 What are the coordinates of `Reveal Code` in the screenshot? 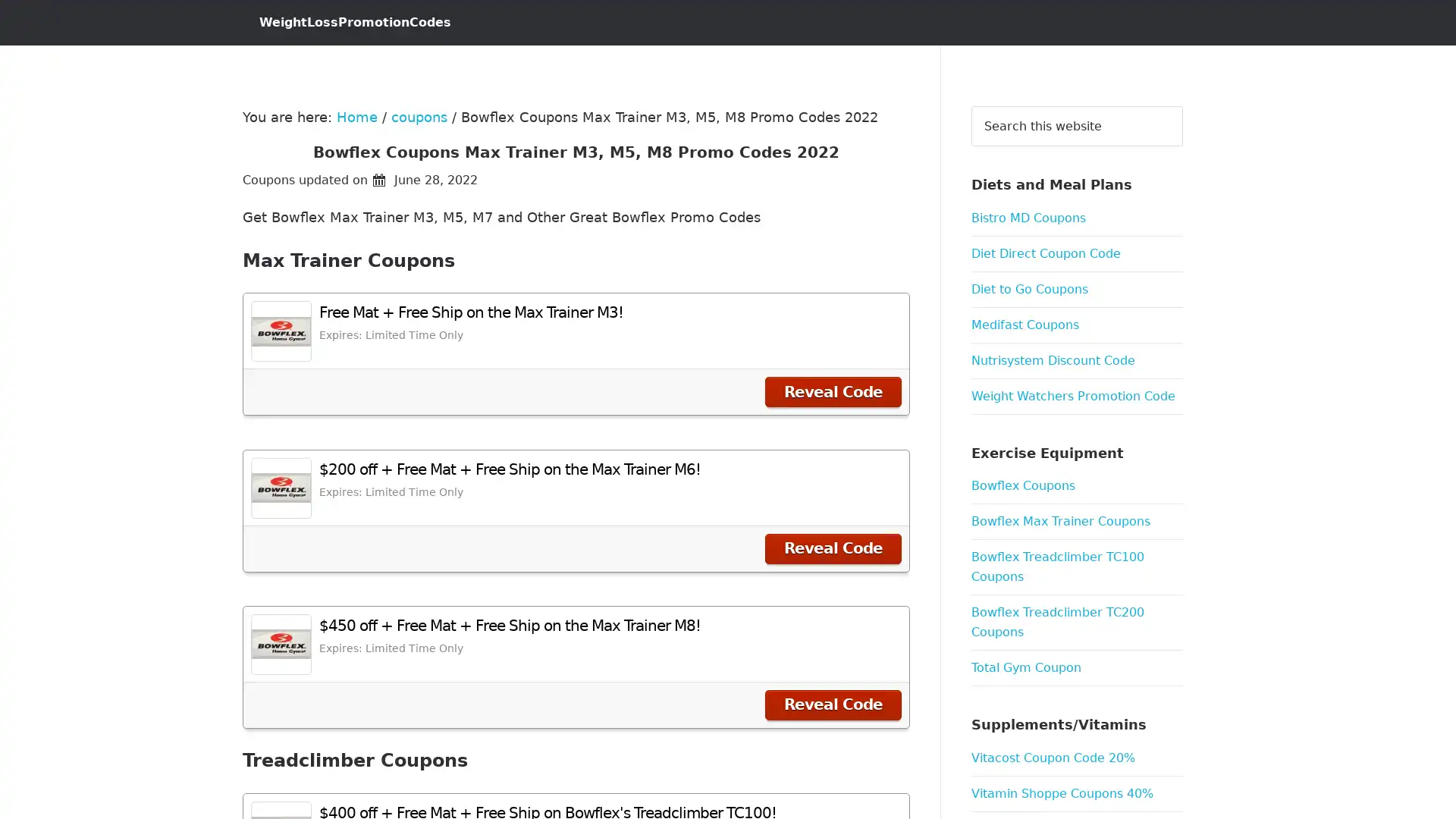 It's located at (833, 704).